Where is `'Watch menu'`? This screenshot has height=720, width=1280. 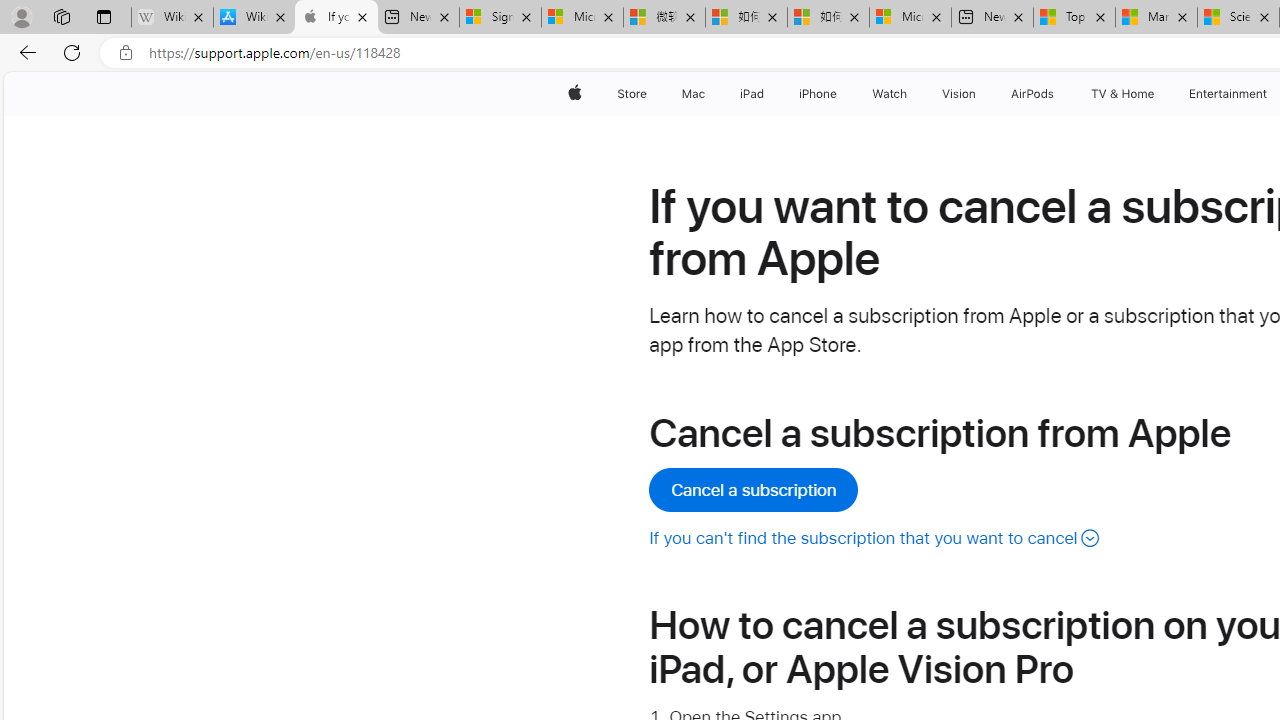
'Watch menu' is located at coordinates (910, 93).